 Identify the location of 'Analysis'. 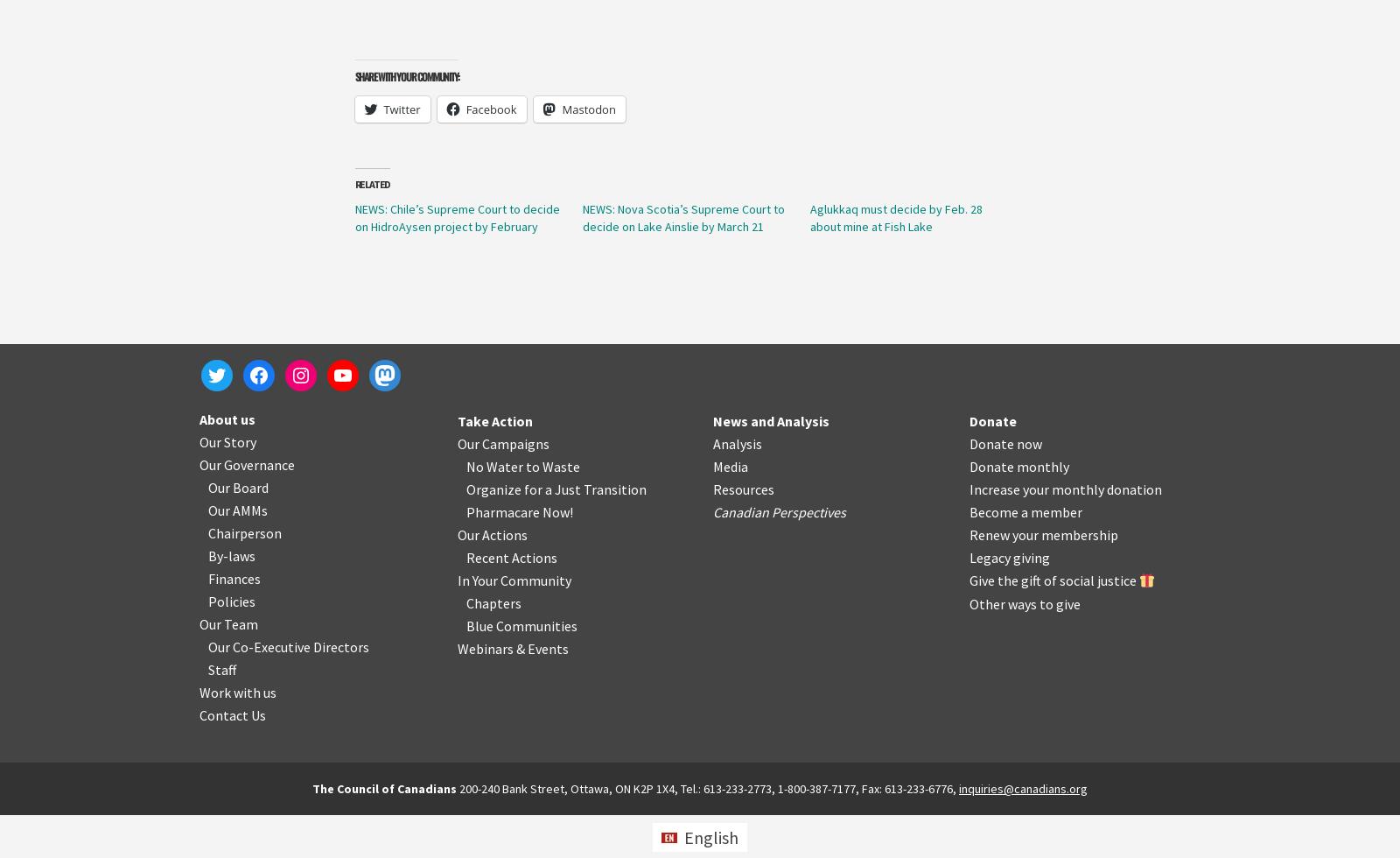
(737, 443).